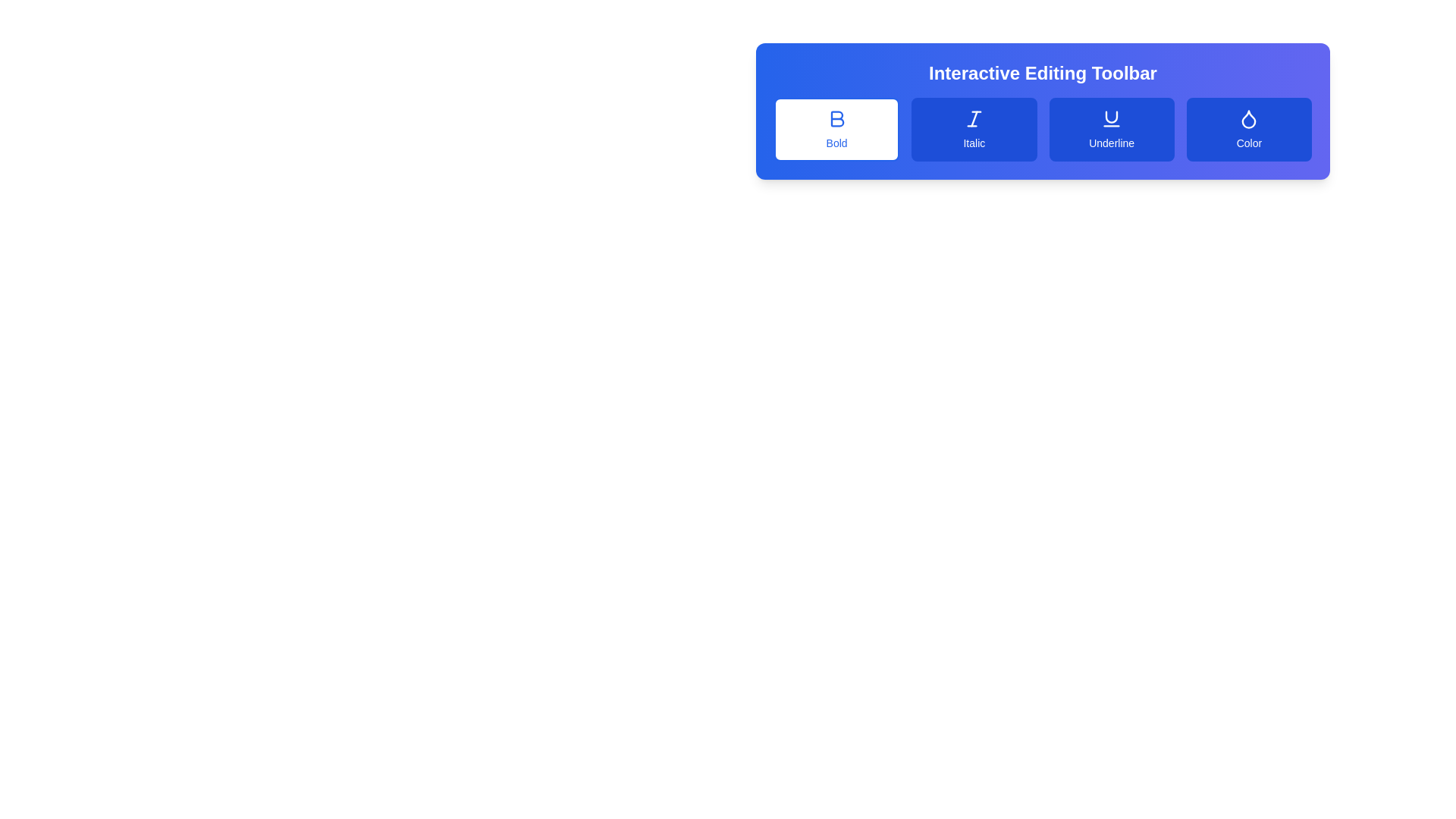  What do you see at coordinates (1112, 118) in the screenshot?
I see `the underline icon in the 'Interactive Editing Toolbar', which is styled with thin white lines on a blue background, to emphasize text with an underscore` at bounding box center [1112, 118].